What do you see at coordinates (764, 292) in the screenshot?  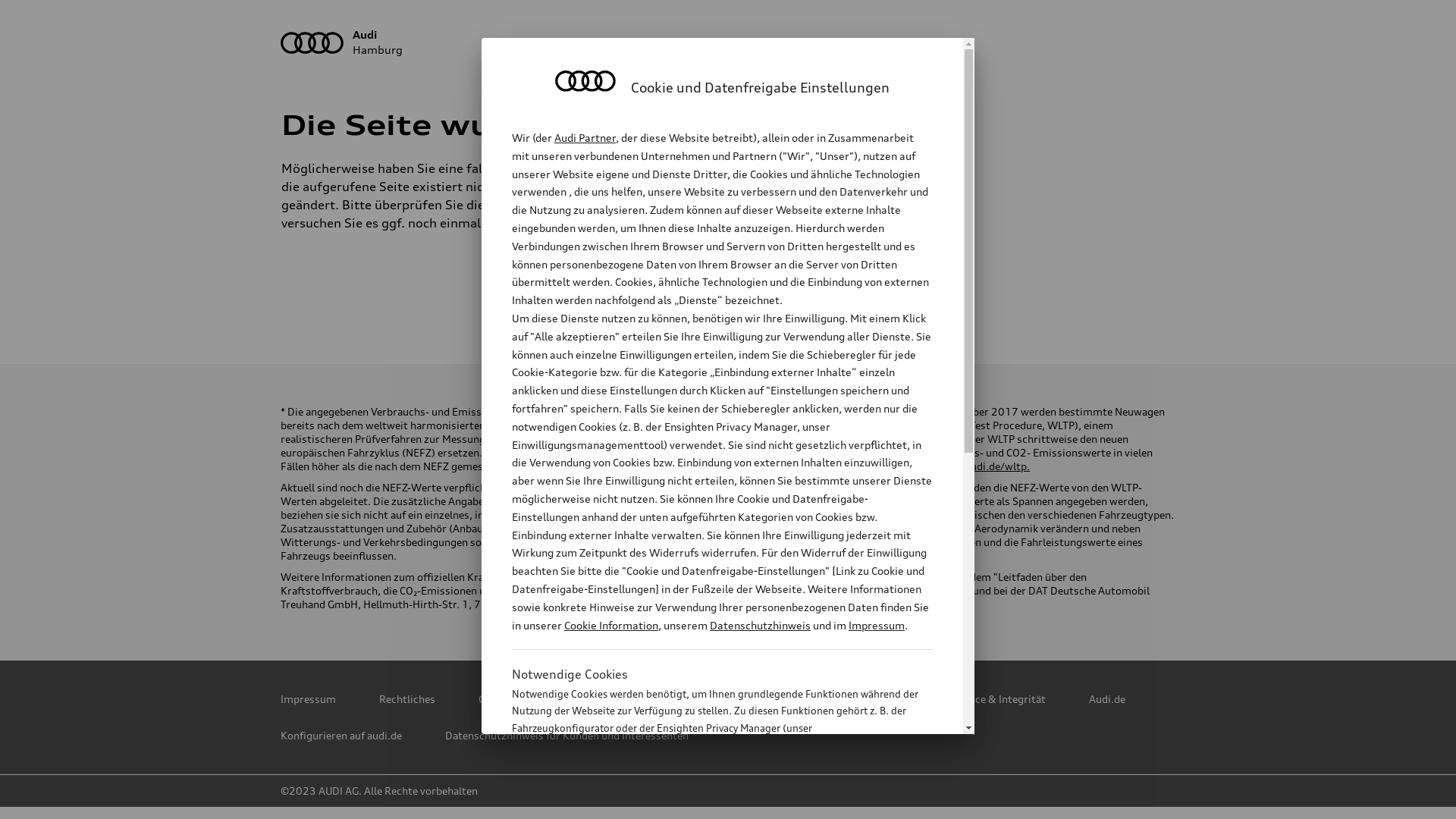 I see `'LinkedIn'` at bounding box center [764, 292].